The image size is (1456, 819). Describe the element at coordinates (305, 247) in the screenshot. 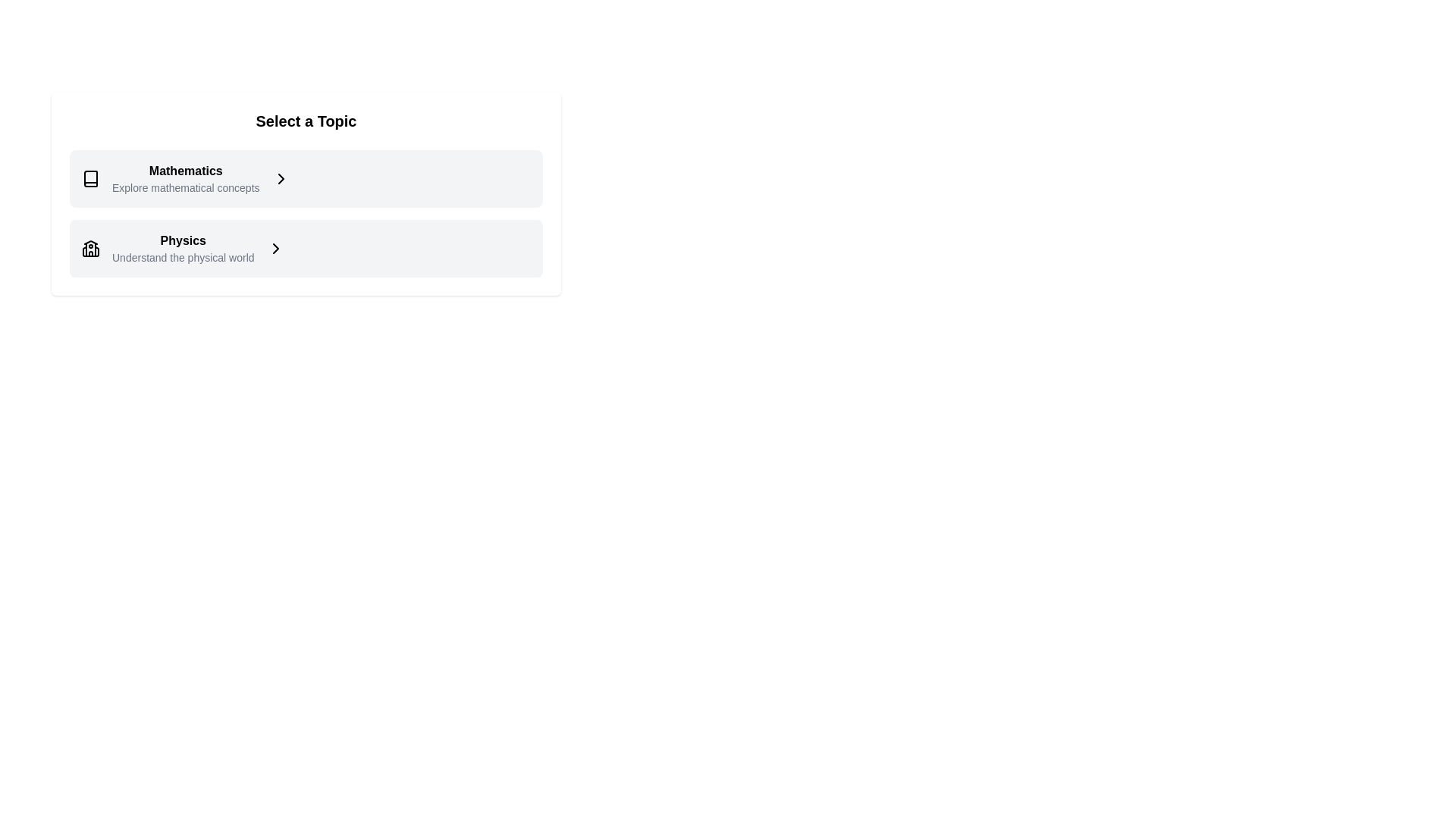

I see `the second card labeled 'Physics' in the vertically arranged list of topics` at that location.